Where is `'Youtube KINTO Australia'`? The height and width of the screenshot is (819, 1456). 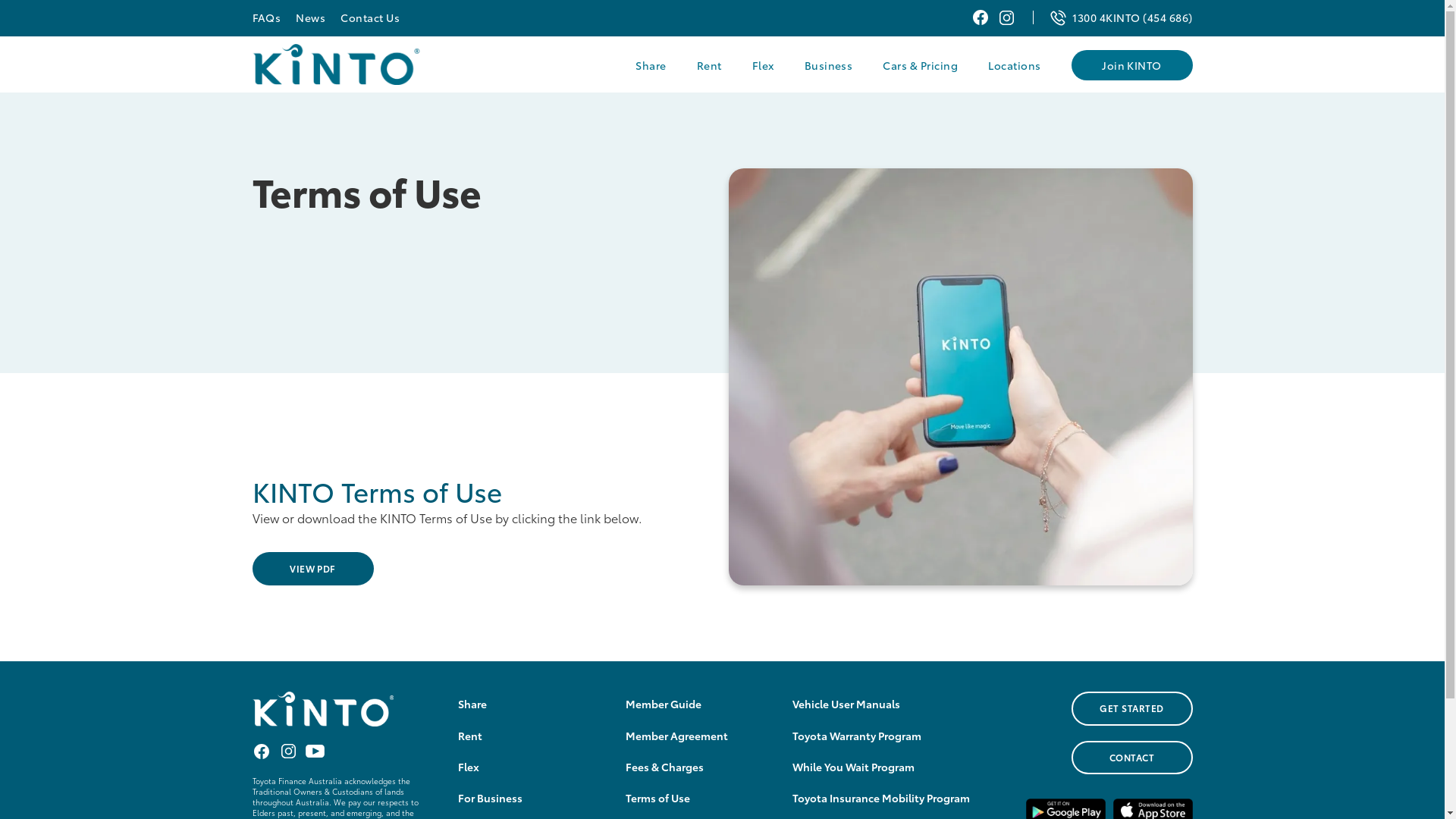 'Youtube KINTO Australia' is located at coordinates (313, 751).